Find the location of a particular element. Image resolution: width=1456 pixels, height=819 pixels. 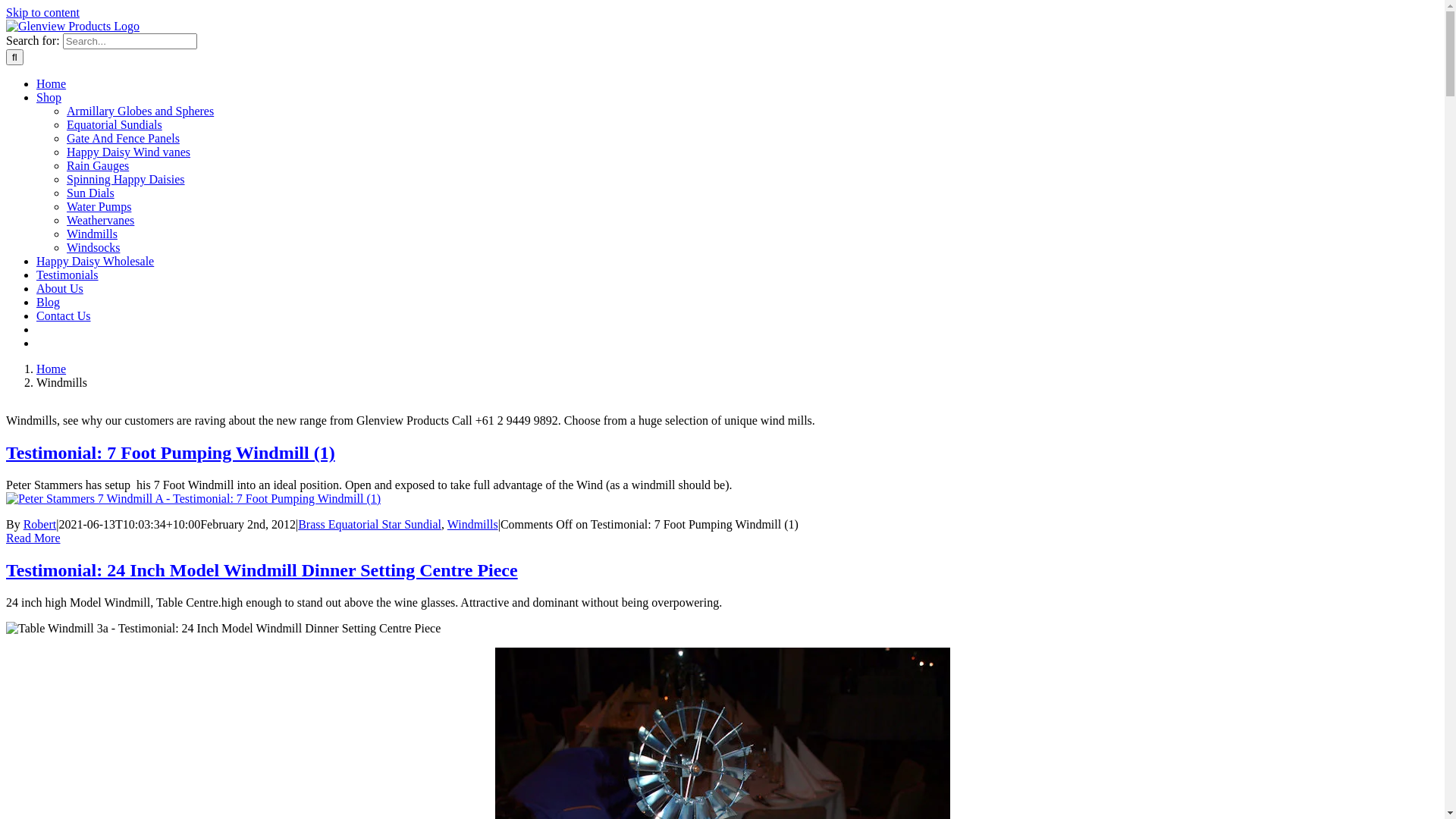

'Read More' is located at coordinates (6, 537).